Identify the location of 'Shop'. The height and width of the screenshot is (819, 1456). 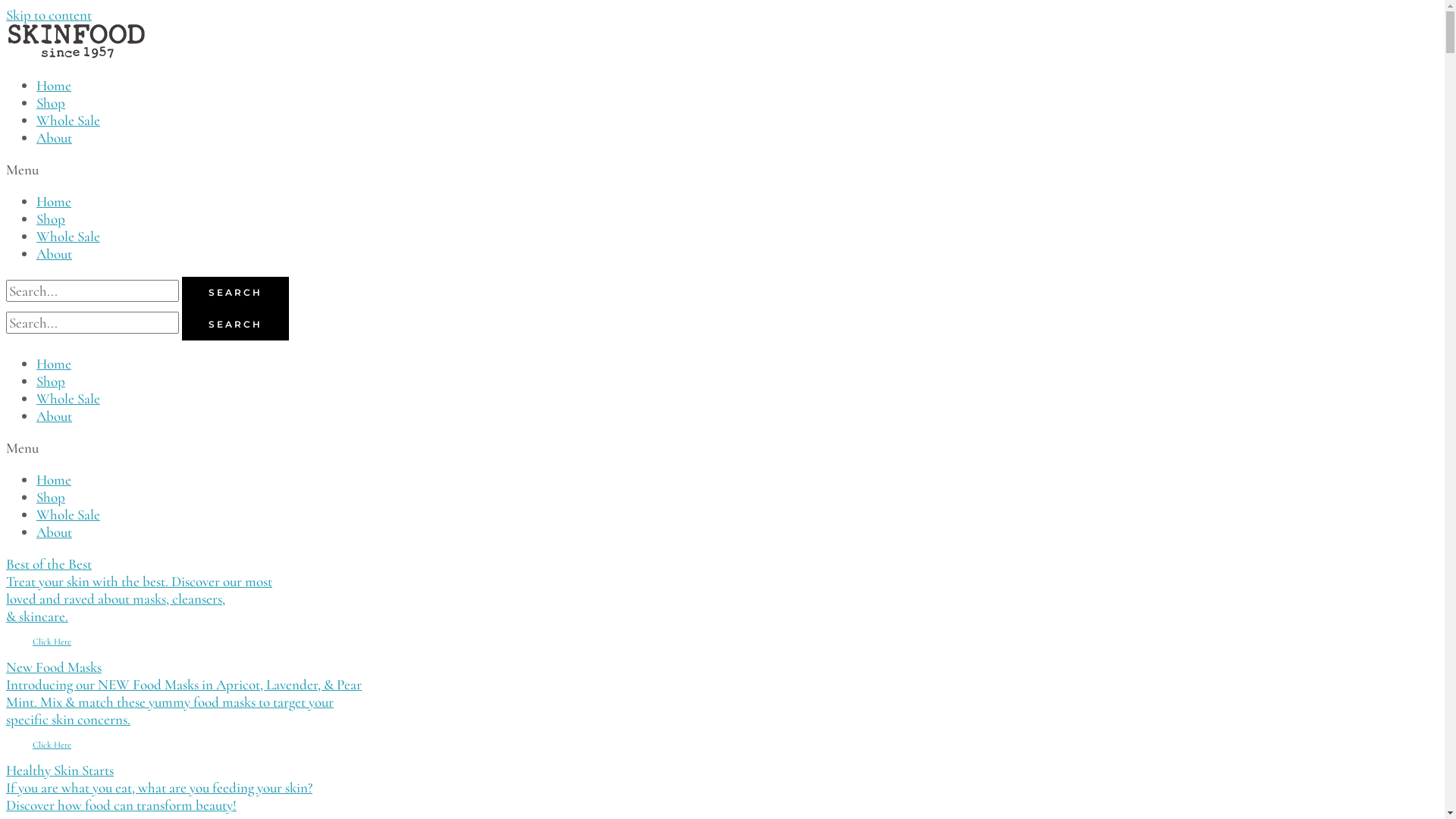
(51, 380).